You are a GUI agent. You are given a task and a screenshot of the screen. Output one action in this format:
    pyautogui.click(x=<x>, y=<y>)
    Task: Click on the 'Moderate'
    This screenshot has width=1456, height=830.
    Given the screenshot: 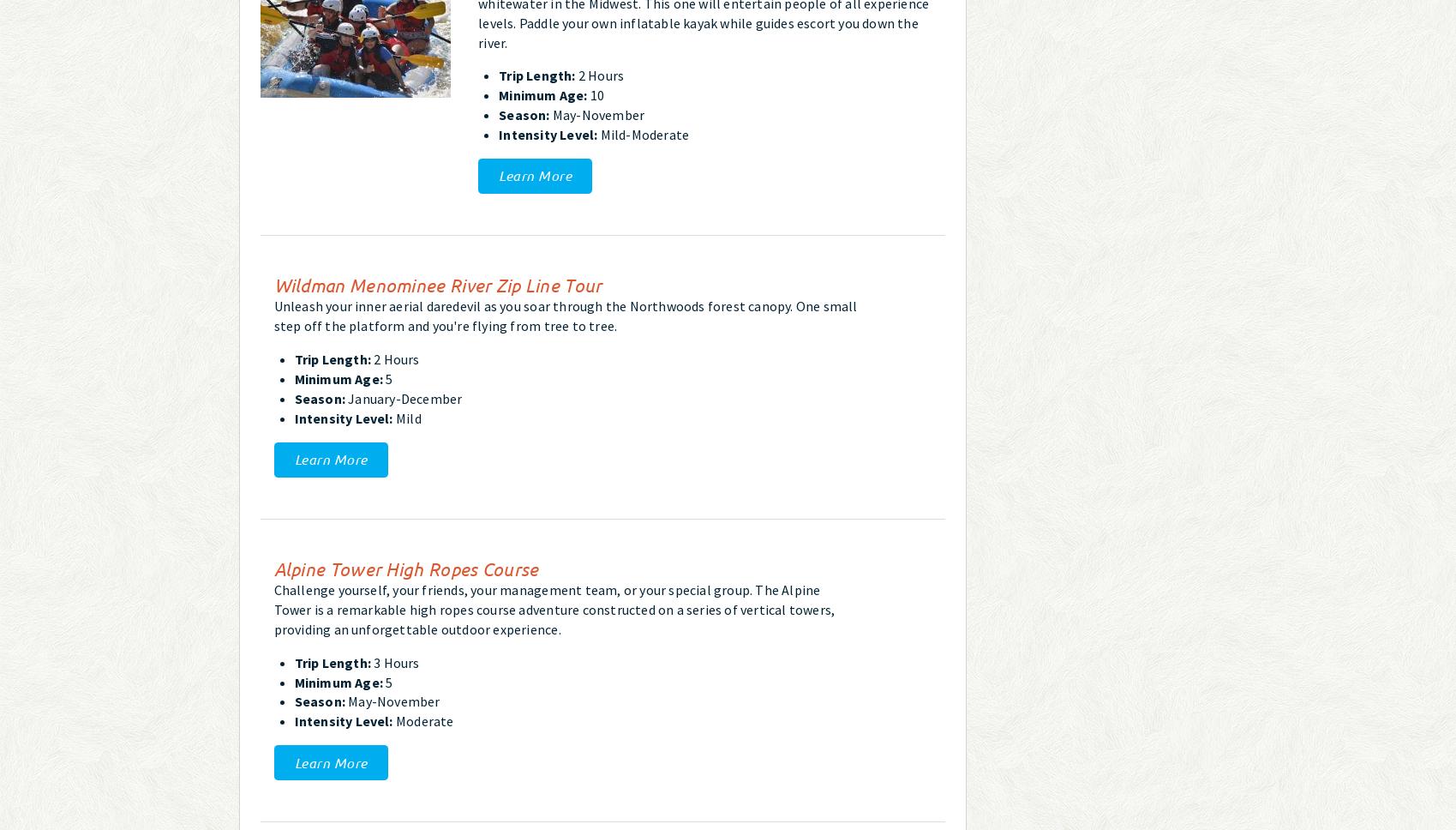 What is the action you would take?
    pyautogui.click(x=422, y=720)
    